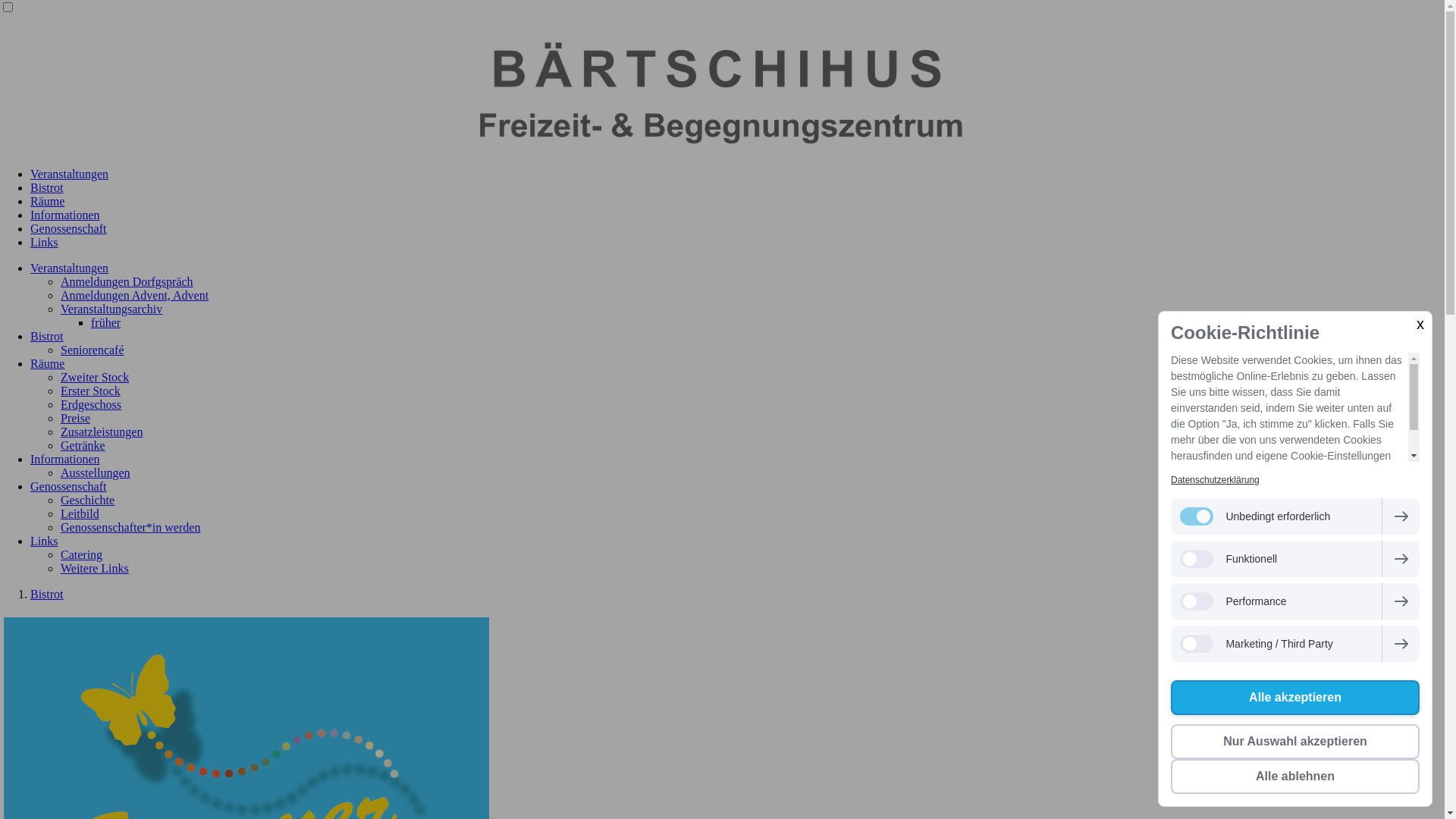  What do you see at coordinates (43, 540) in the screenshot?
I see `'Links'` at bounding box center [43, 540].